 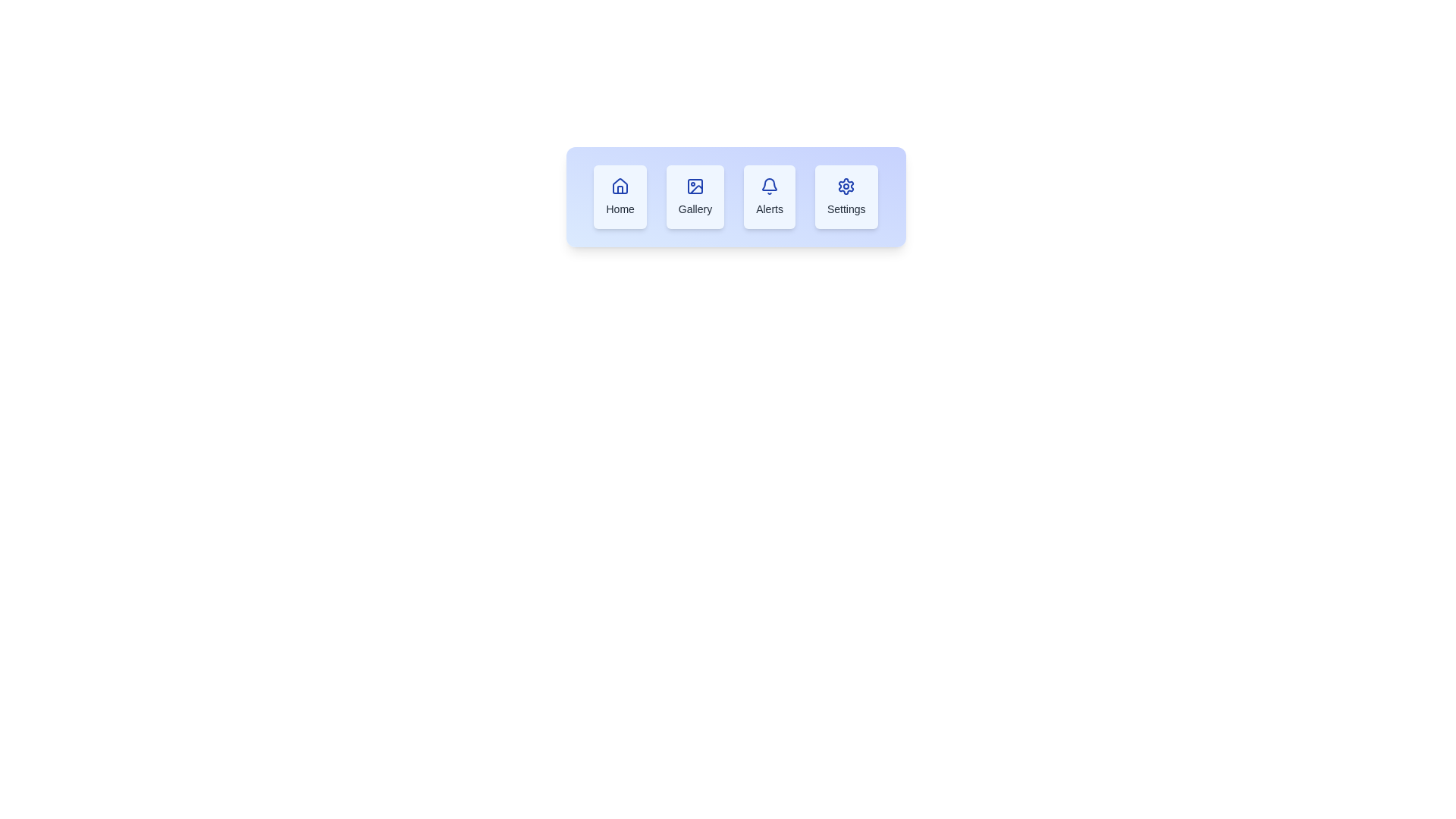 I want to click on the 'Alerts' text label, which is styled in medium-sized gray font and located below a bell-shaped icon in the UI, so click(x=770, y=209).